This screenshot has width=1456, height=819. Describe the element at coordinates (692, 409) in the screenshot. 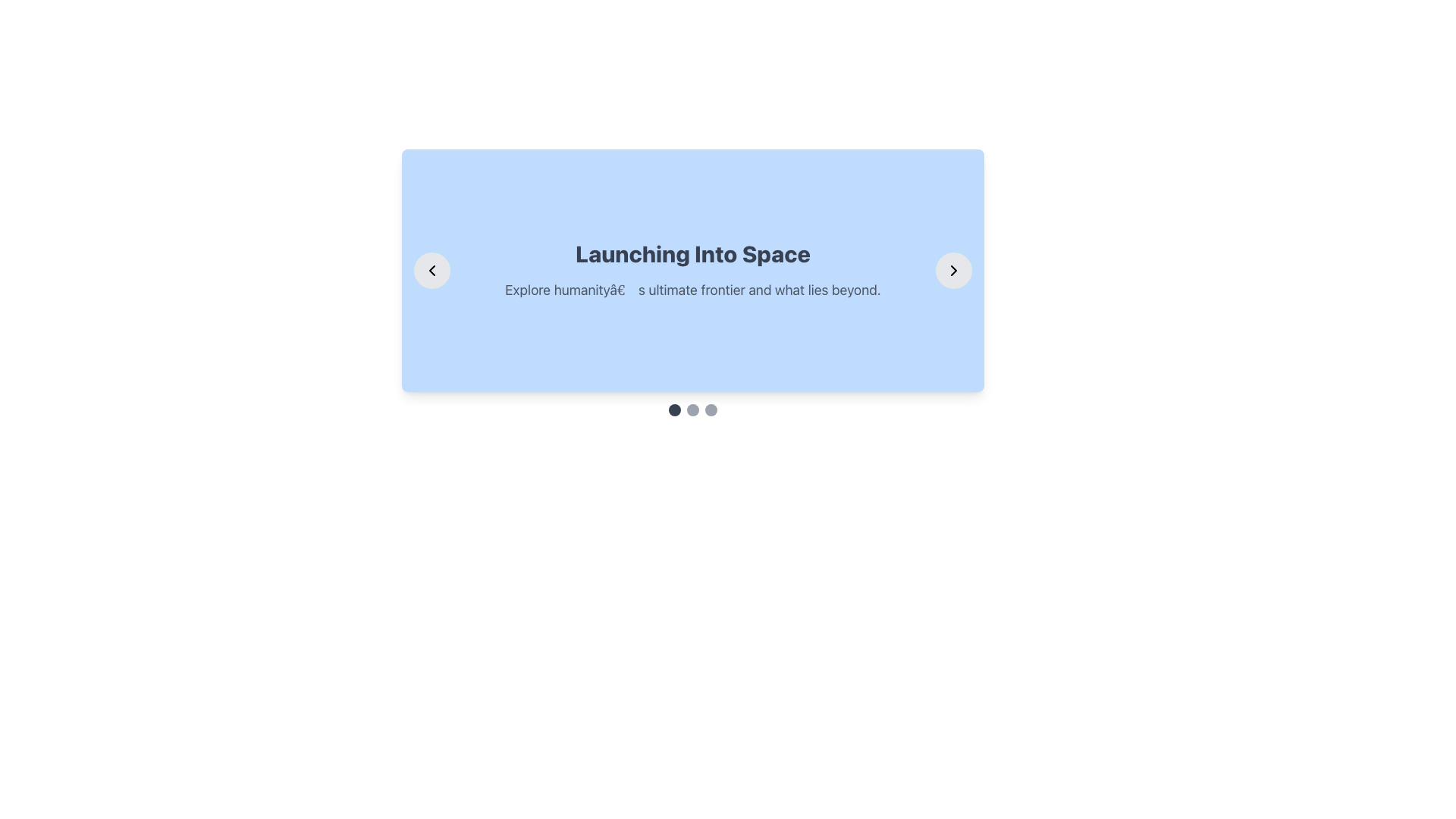

I see `the middle Carousel navigation button` at that location.